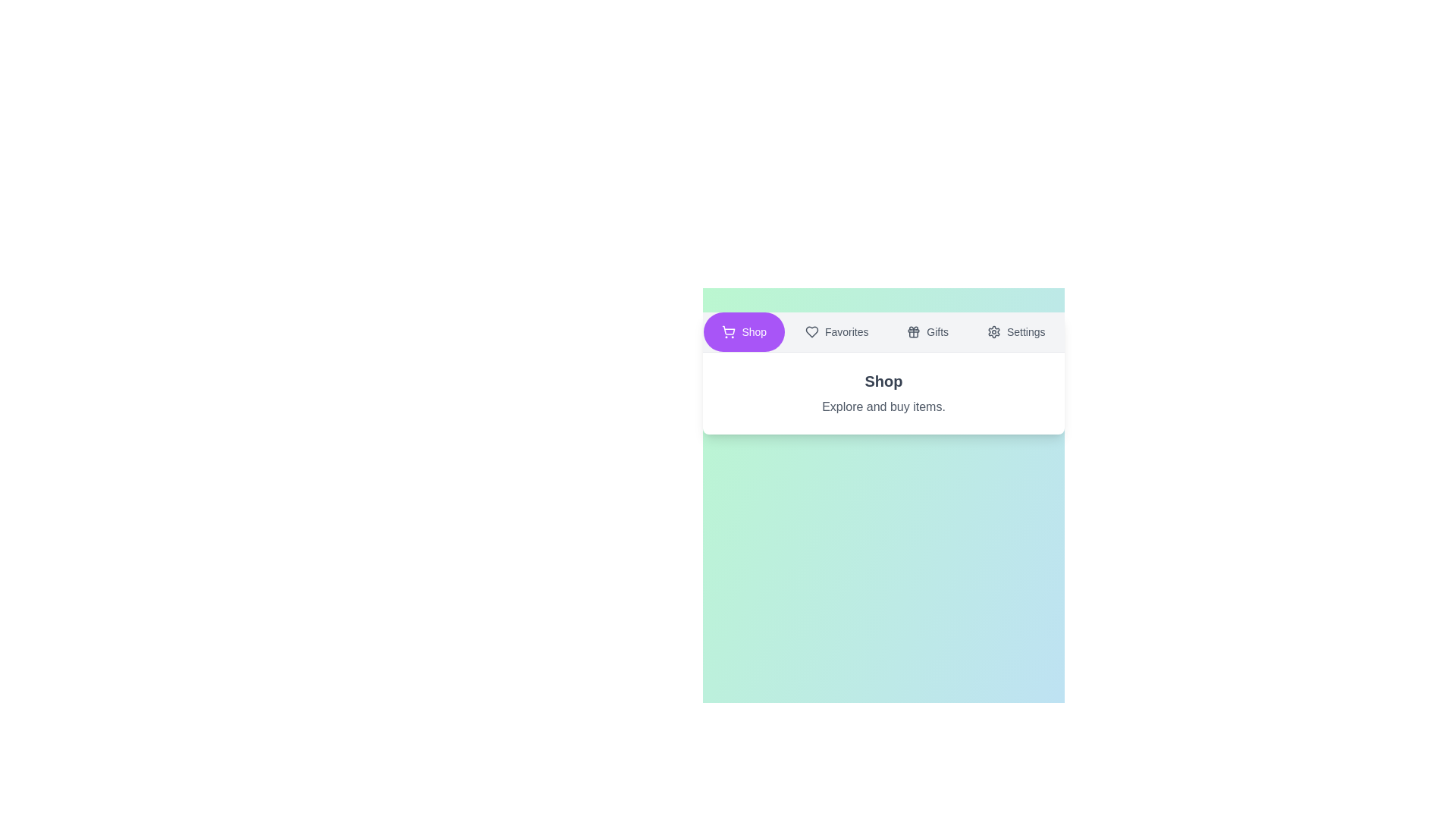  What do you see at coordinates (927, 331) in the screenshot?
I see `the button labeled Gifts` at bounding box center [927, 331].